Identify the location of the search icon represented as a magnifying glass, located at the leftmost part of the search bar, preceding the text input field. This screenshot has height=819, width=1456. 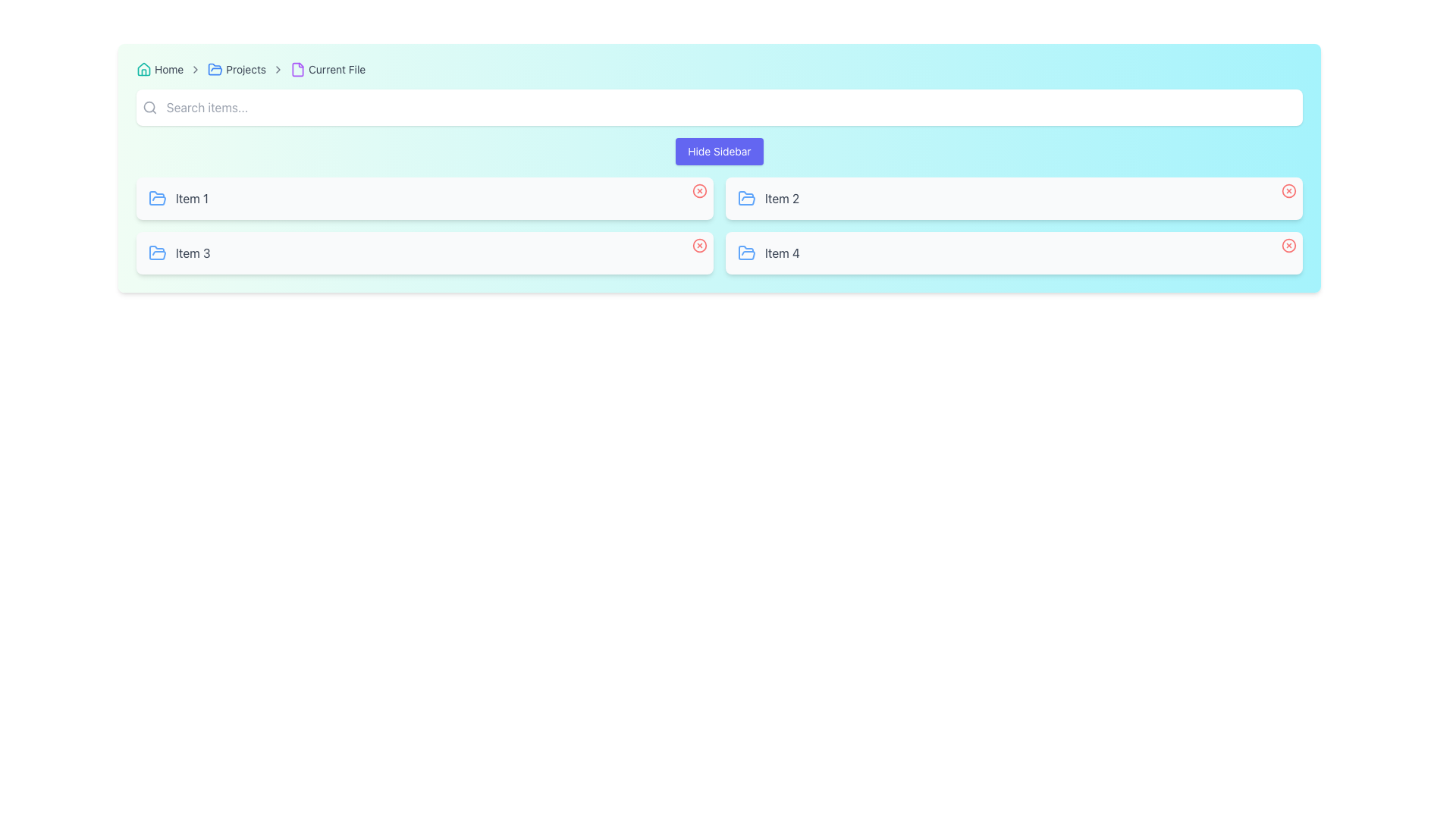
(149, 107).